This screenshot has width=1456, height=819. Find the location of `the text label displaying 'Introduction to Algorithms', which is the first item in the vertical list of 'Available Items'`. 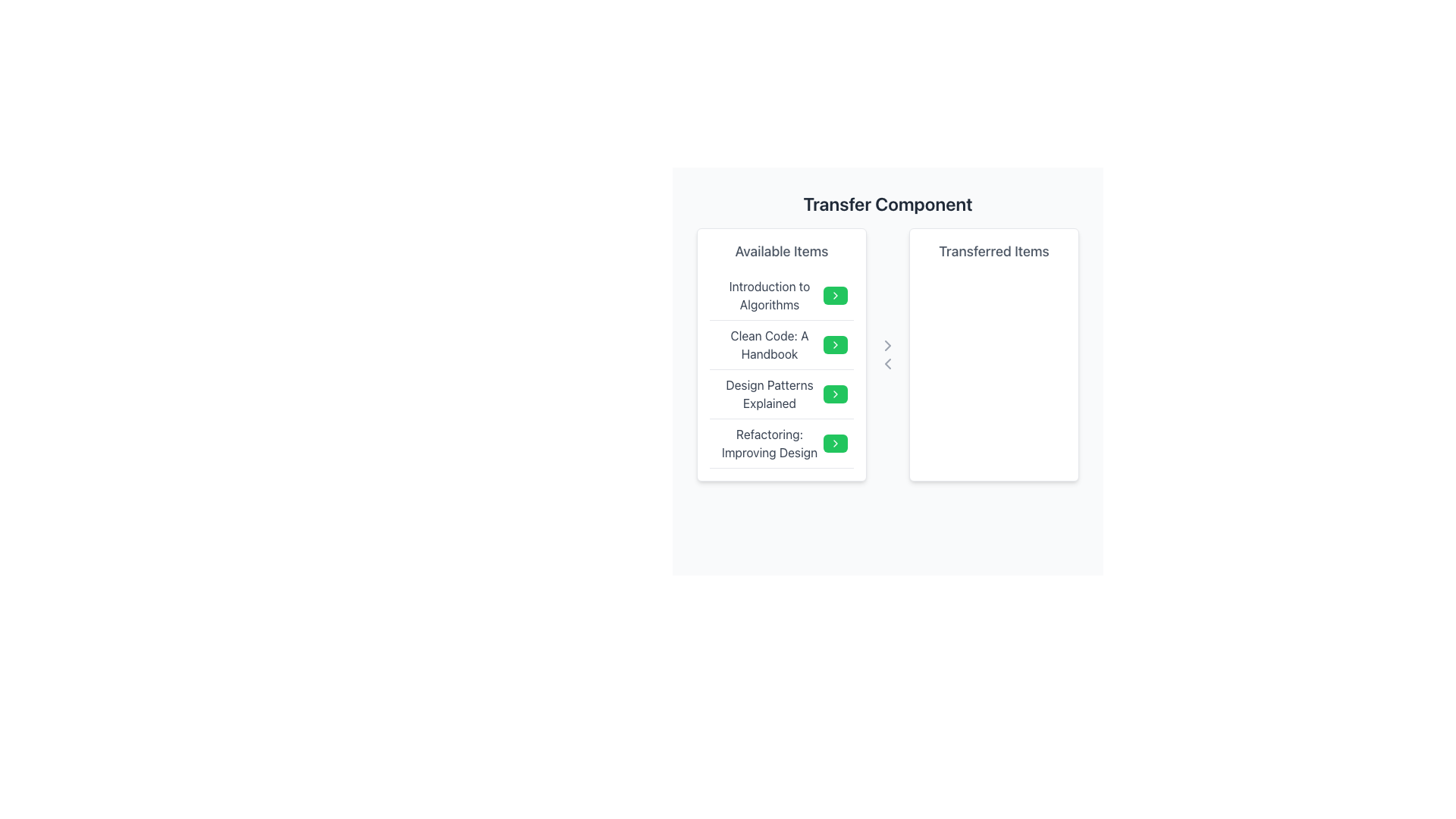

the text label displaying 'Introduction to Algorithms', which is the first item in the vertical list of 'Available Items' is located at coordinates (769, 295).